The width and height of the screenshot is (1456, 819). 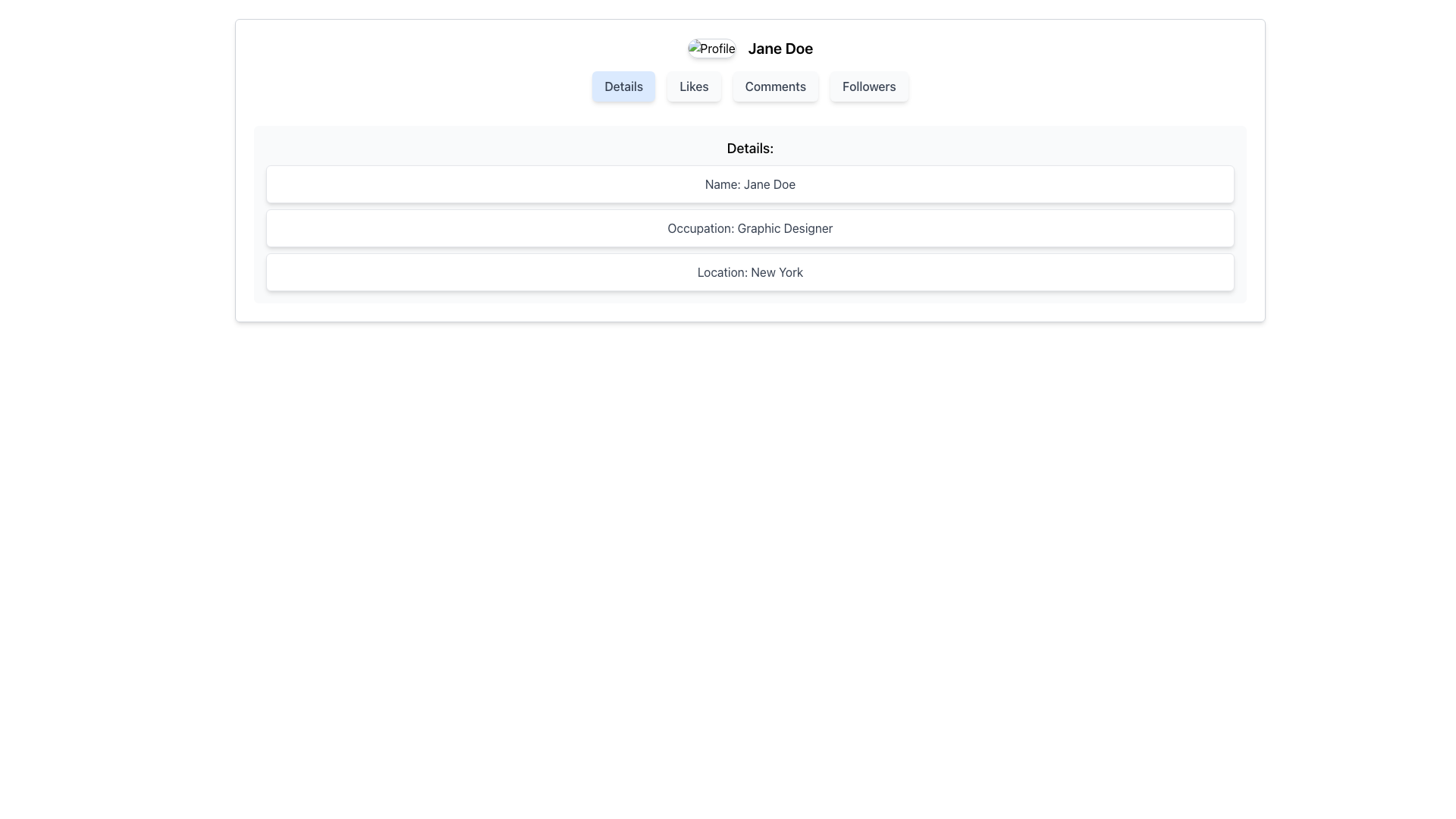 What do you see at coordinates (750, 86) in the screenshot?
I see `the 'Comments' tab on the Tab Navigation Bar located below the heading 'Jane Doe'` at bounding box center [750, 86].